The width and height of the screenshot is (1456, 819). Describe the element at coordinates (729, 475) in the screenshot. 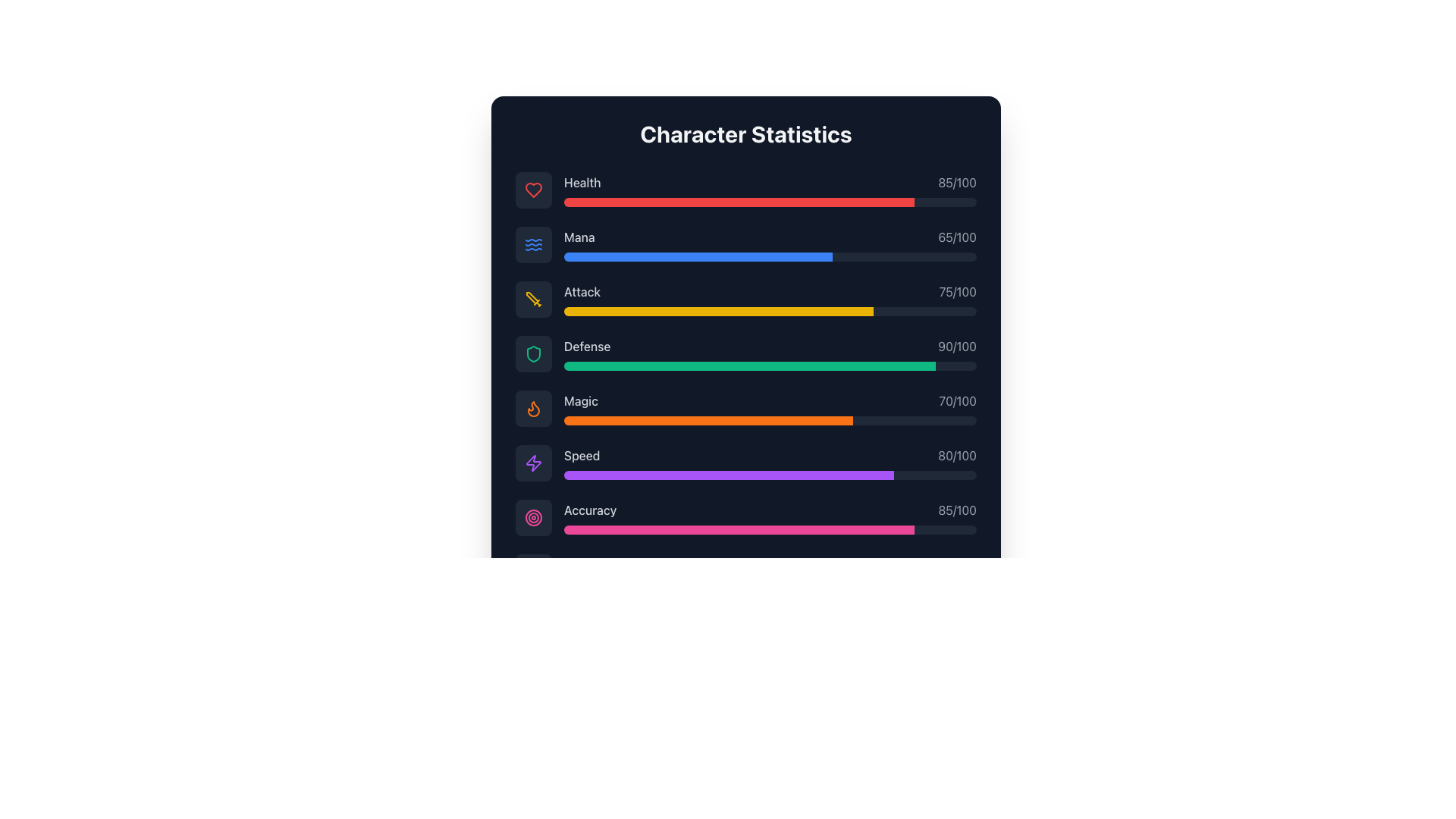

I see `the progress bar indicating the 'Speed' statistic, which is a horizontal purple-filled bar located in the sixth row of character stats` at that location.